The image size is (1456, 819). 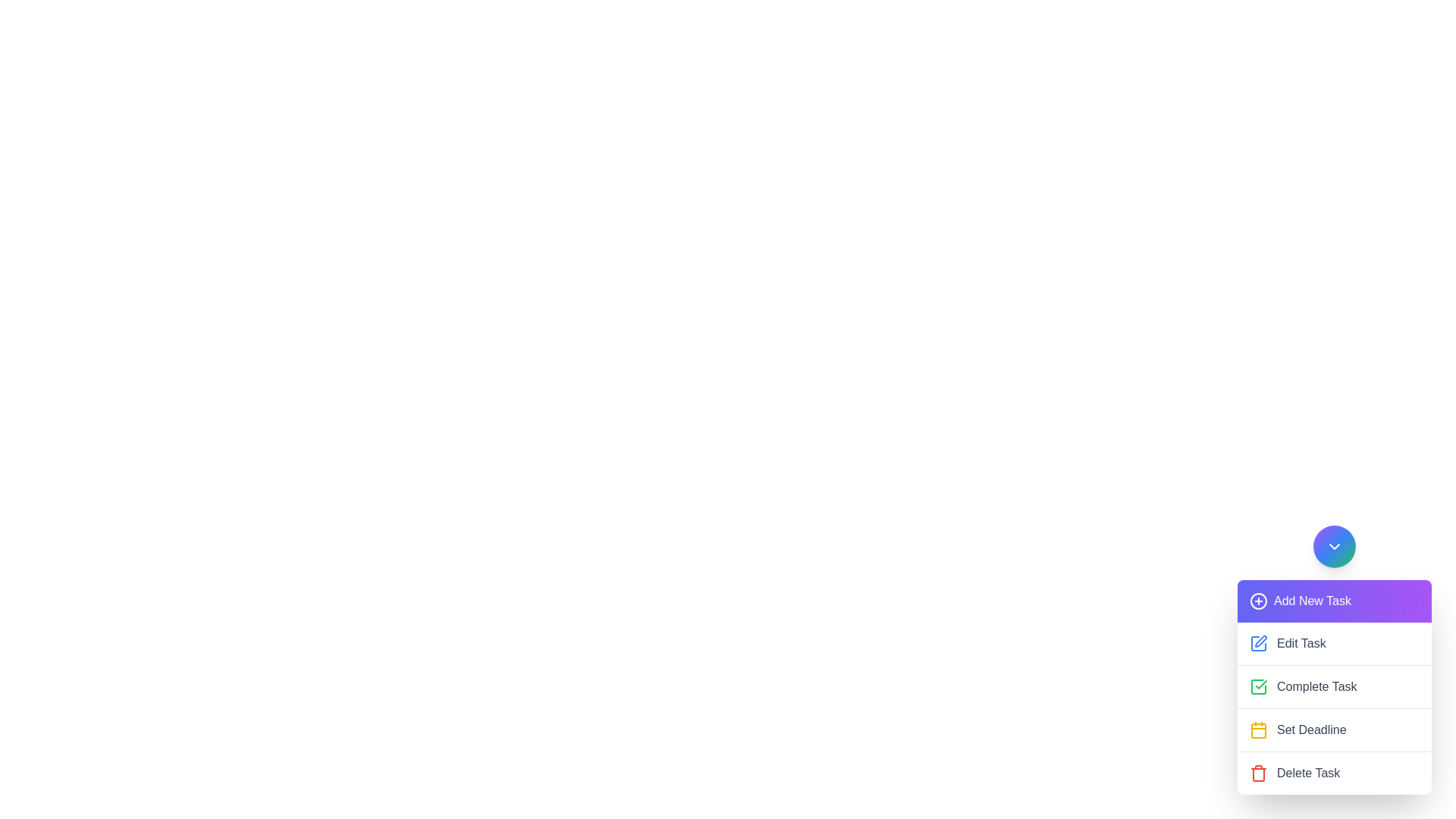 What do you see at coordinates (1335, 643) in the screenshot?
I see `the 'Edit Task' button located` at bounding box center [1335, 643].